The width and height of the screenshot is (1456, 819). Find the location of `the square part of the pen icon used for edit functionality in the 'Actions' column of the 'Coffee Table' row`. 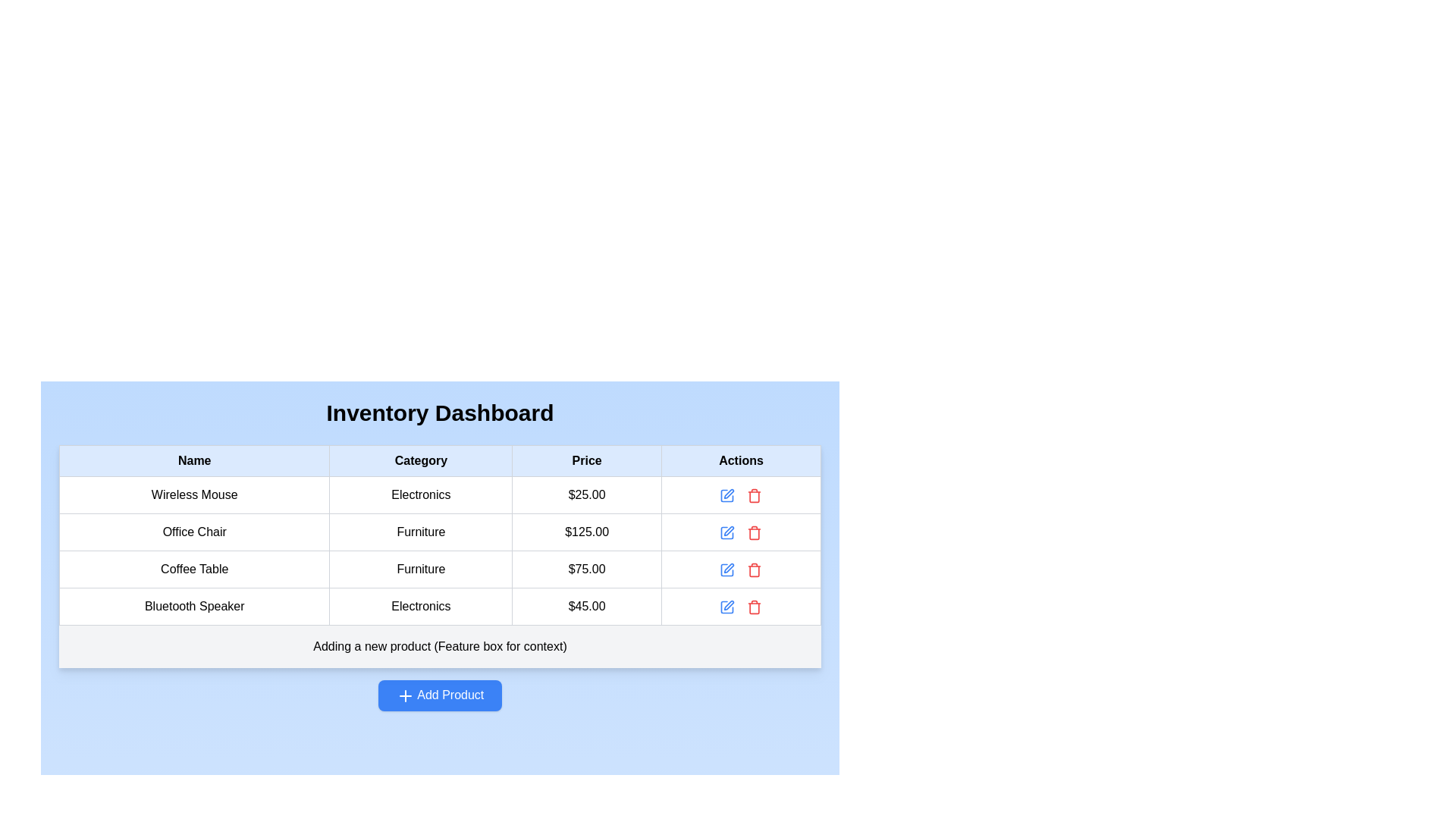

the square part of the pen icon used for edit functionality in the 'Actions' column of the 'Coffee Table' row is located at coordinates (726, 570).